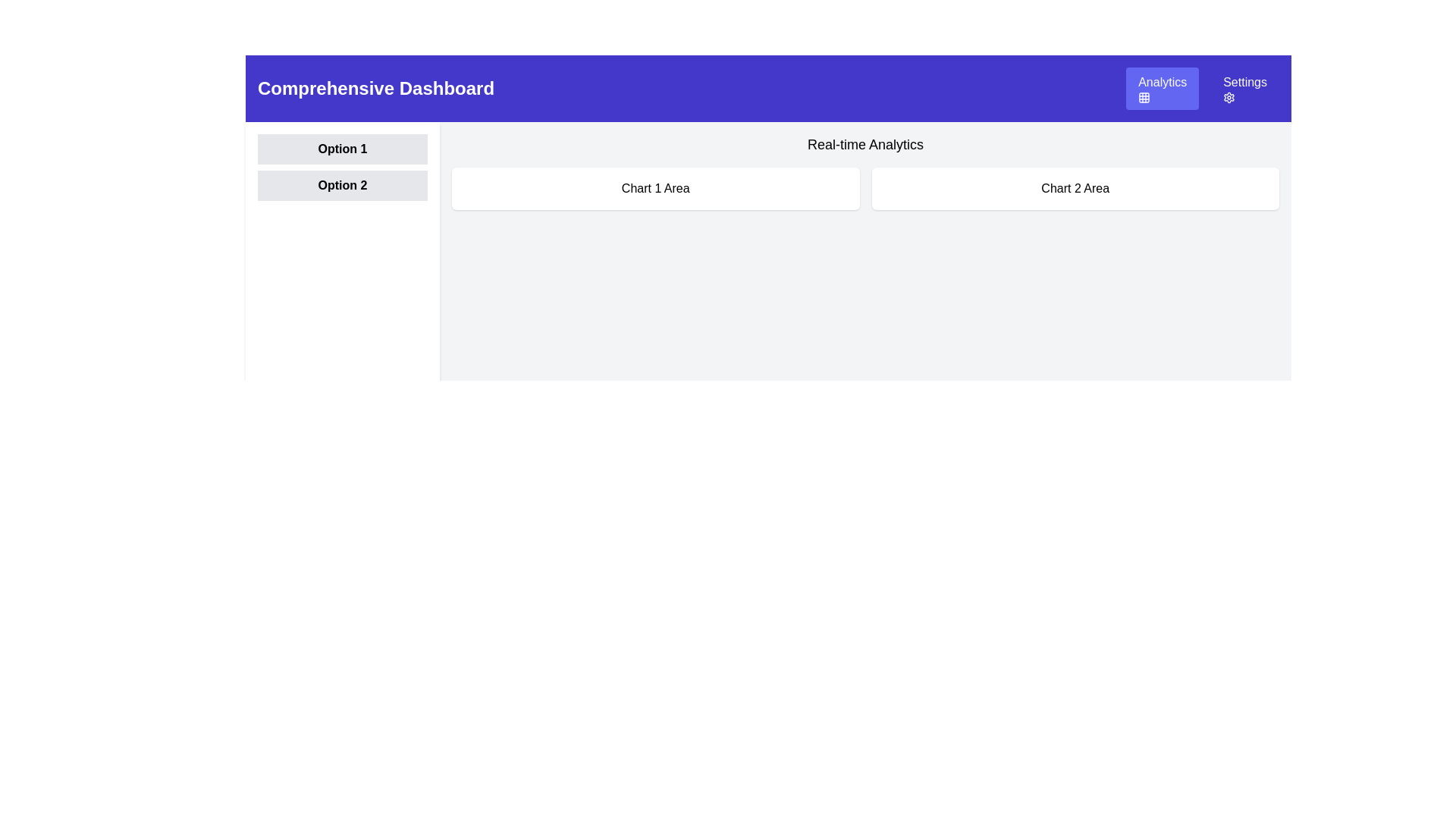  I want to click on the button labeled 'Option 2', which is the second button in a vertical list with a light gray background and black text, so click(341, 185).